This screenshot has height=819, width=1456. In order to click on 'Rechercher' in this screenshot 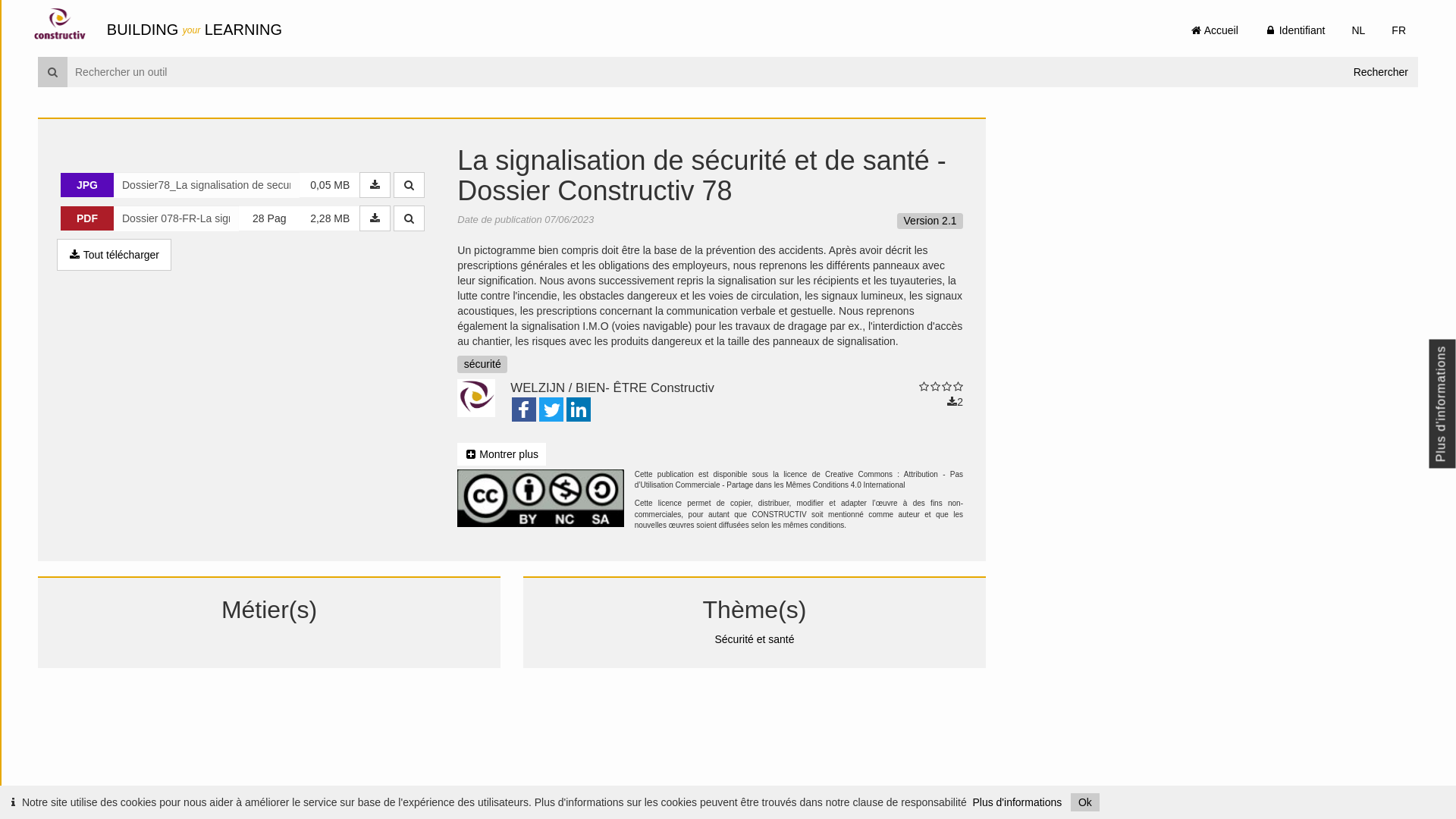, I will do `click(1380, 72)`.